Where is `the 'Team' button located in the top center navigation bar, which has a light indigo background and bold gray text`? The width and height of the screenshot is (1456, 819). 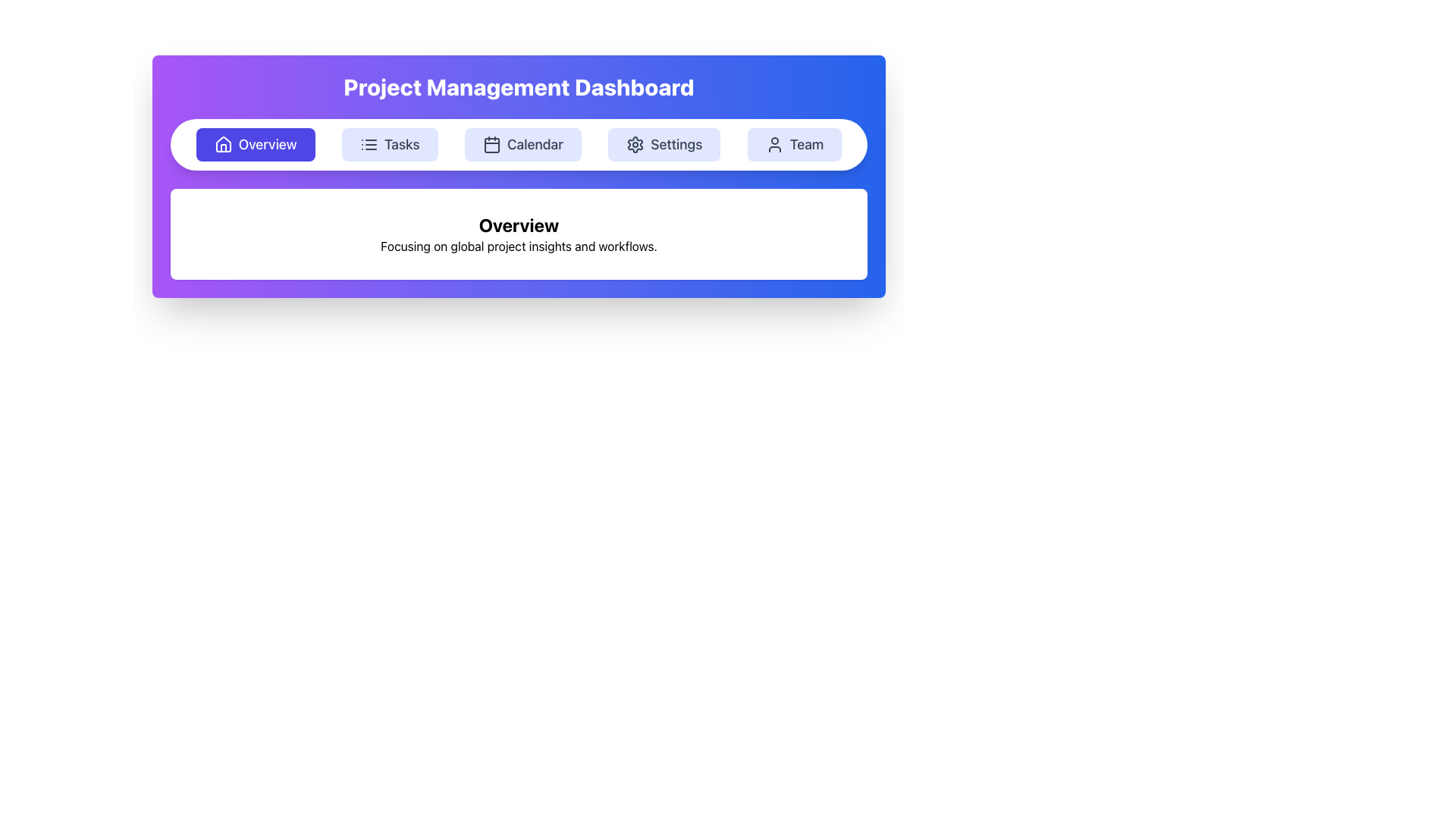
the 'Team' button located in the top center navigation bar, which has a light indigo background and bold gray text is located at coordinates (794, 145).